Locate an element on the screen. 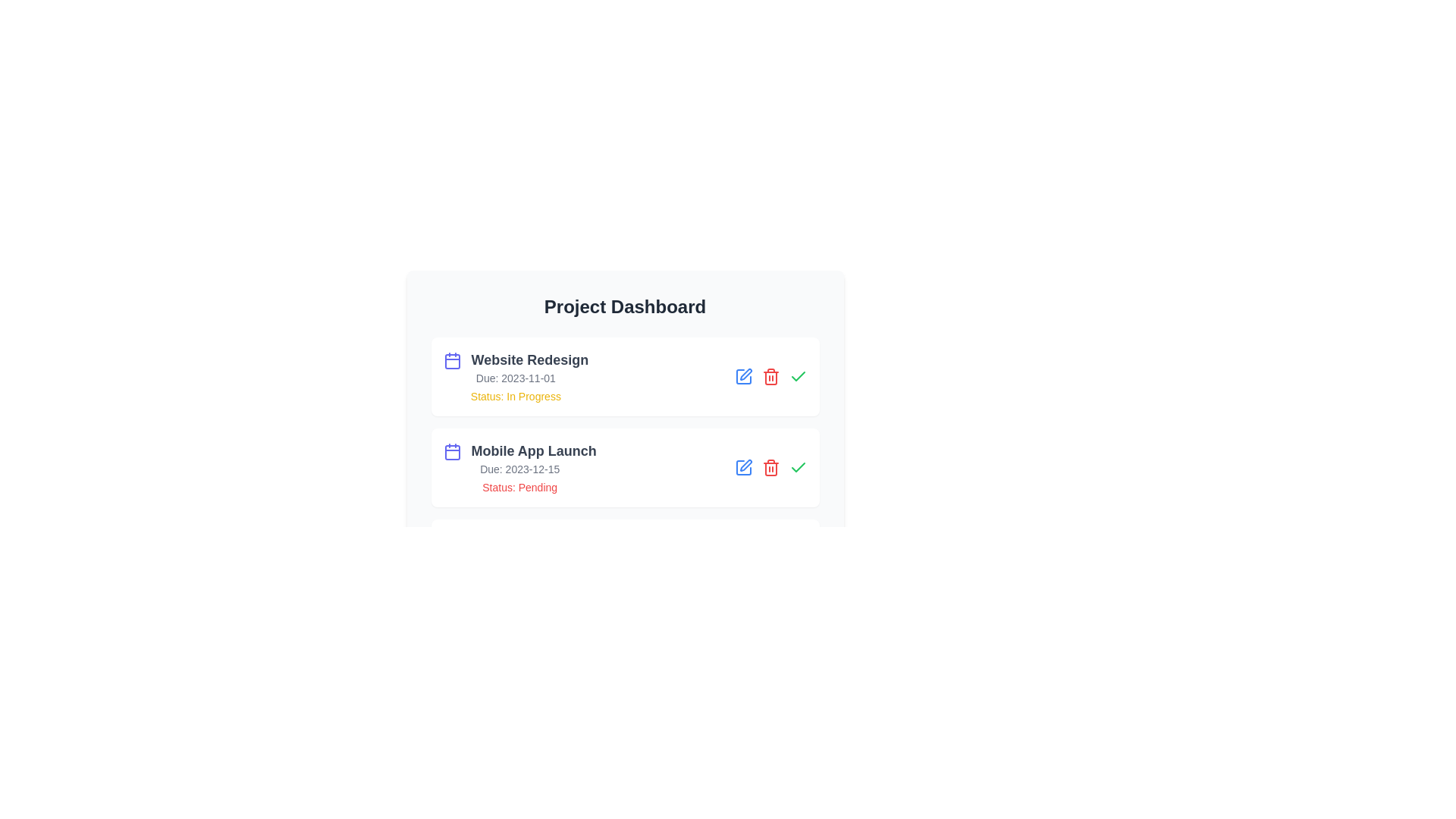  the checkmark button for the project titled Website Redesign is located at coordinates (797, 376).